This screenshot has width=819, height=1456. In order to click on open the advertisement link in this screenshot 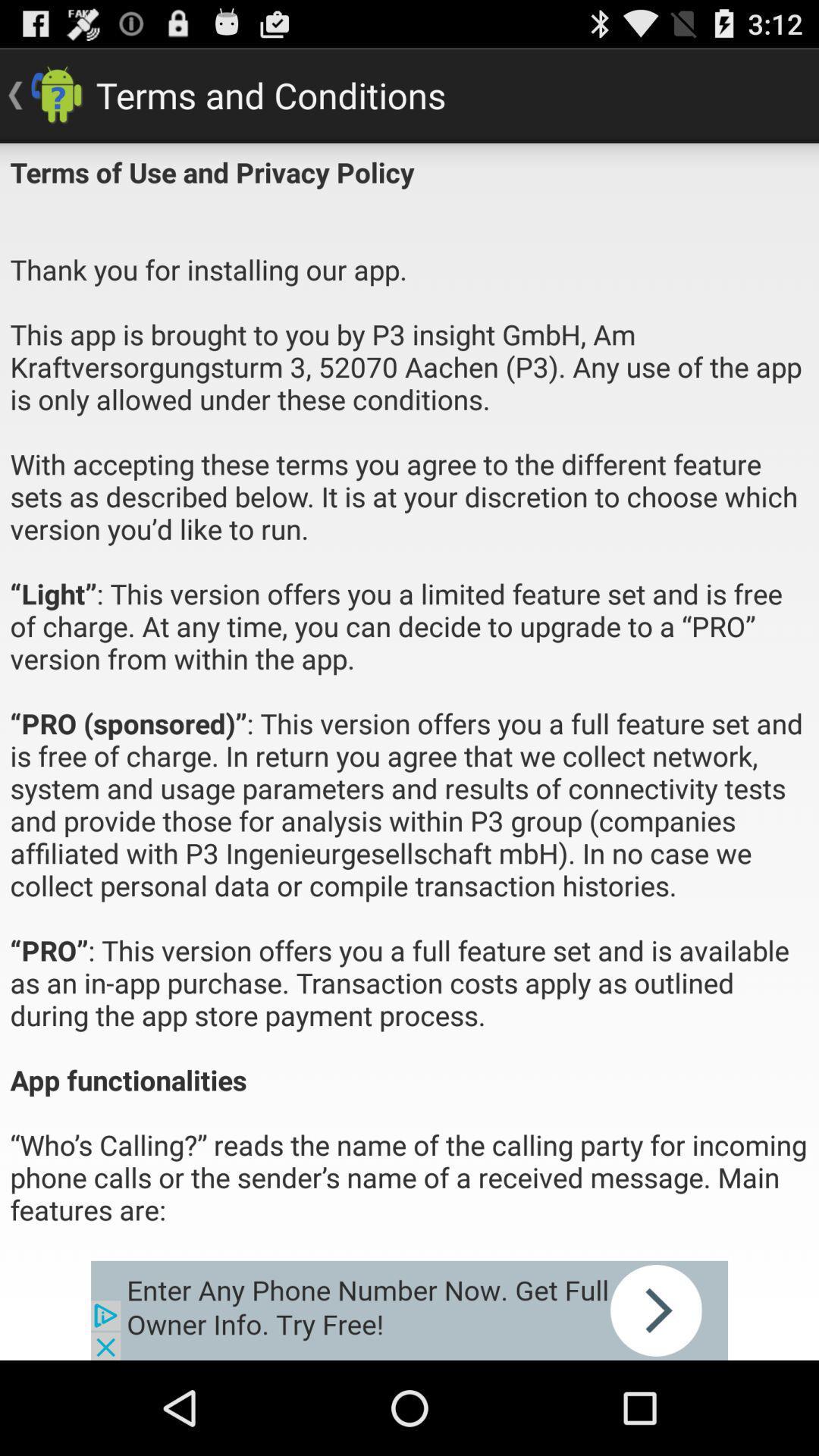, I will do `click(409, 1310)`.